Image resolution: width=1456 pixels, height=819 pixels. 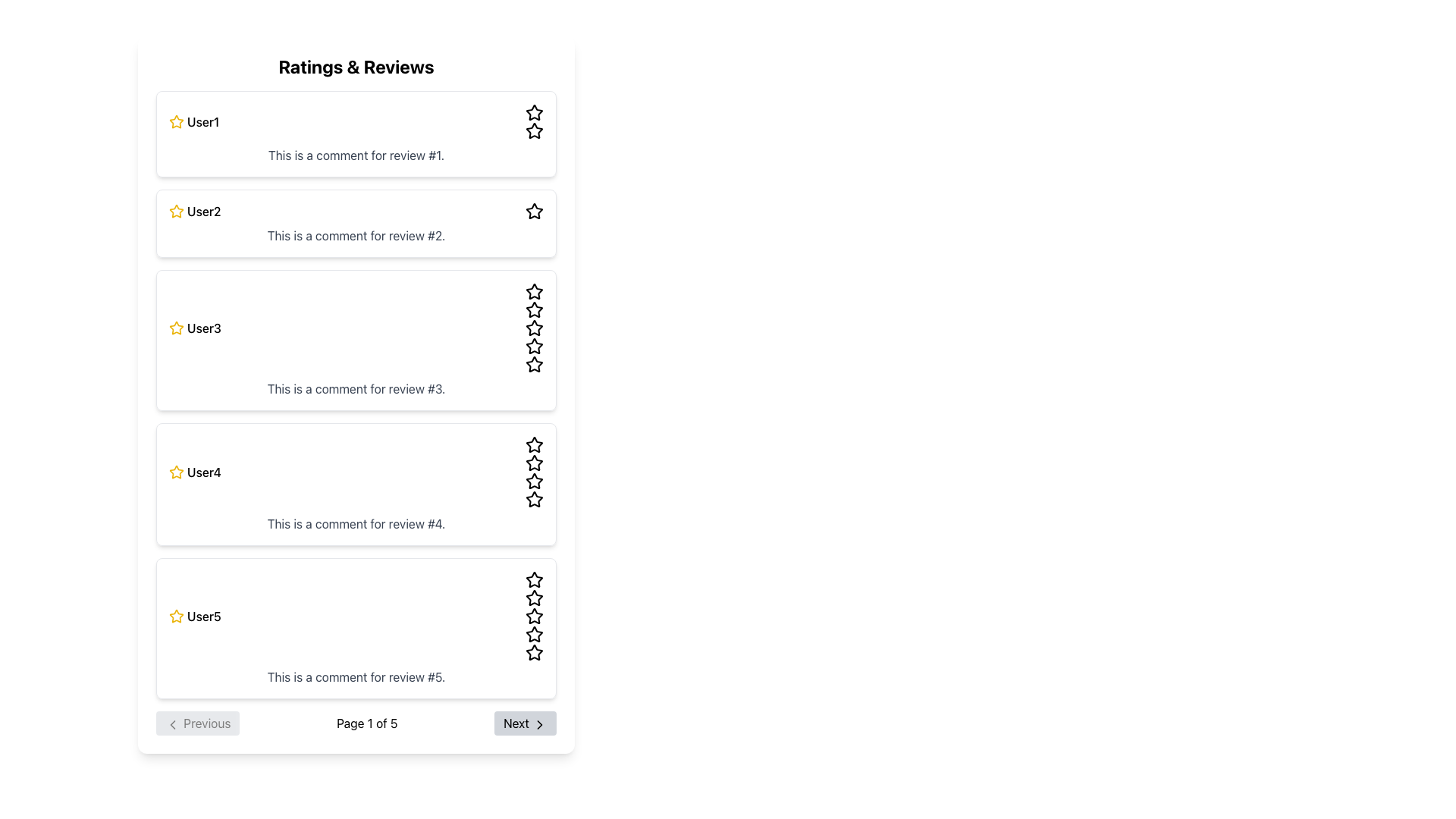 I want to click on the first star icon in the third row of ratings for 'User3', which is styled with a black outline and a white fill, so click(x=535, y=292).